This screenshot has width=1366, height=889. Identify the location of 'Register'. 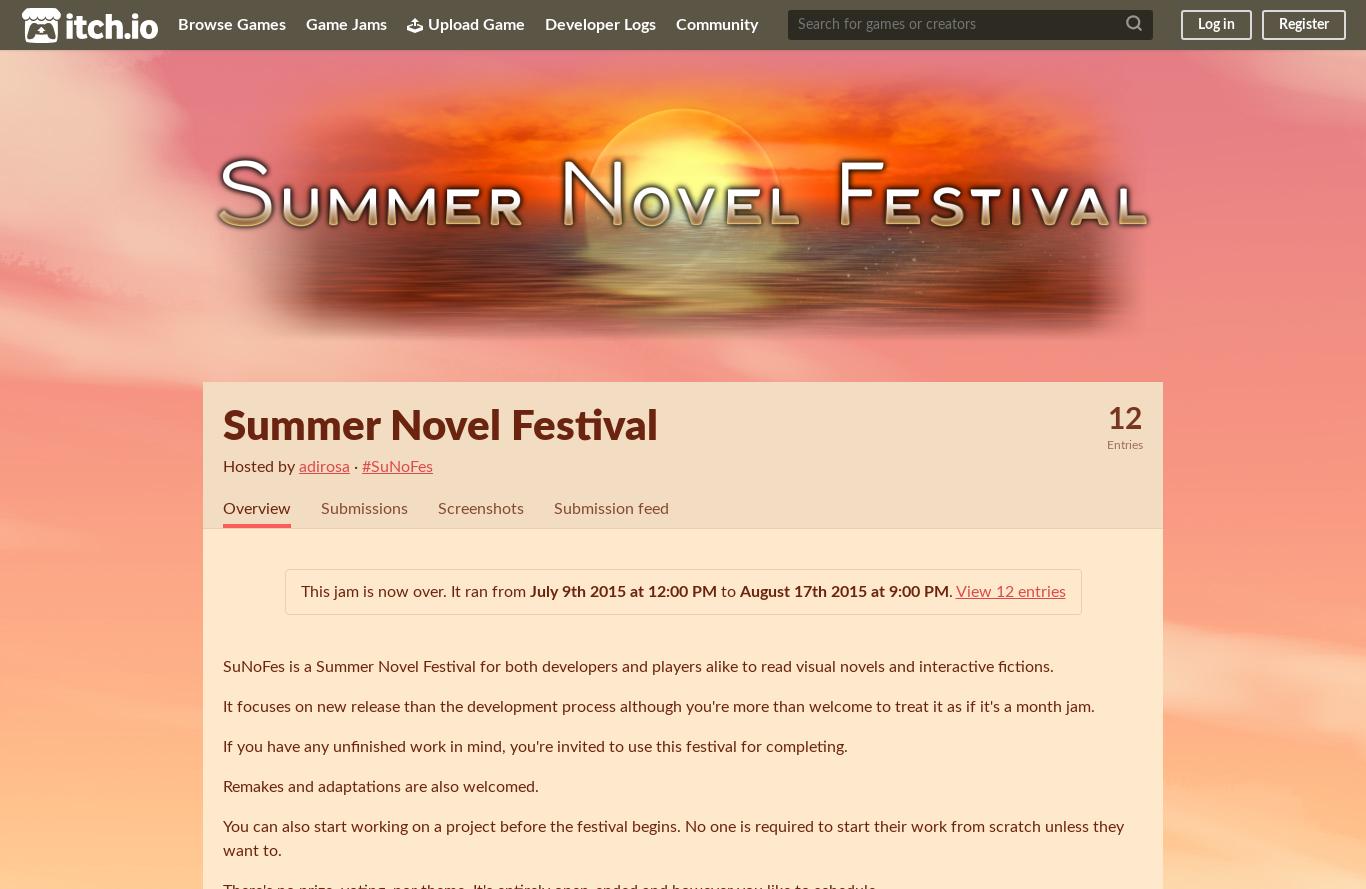
(1302, 24).